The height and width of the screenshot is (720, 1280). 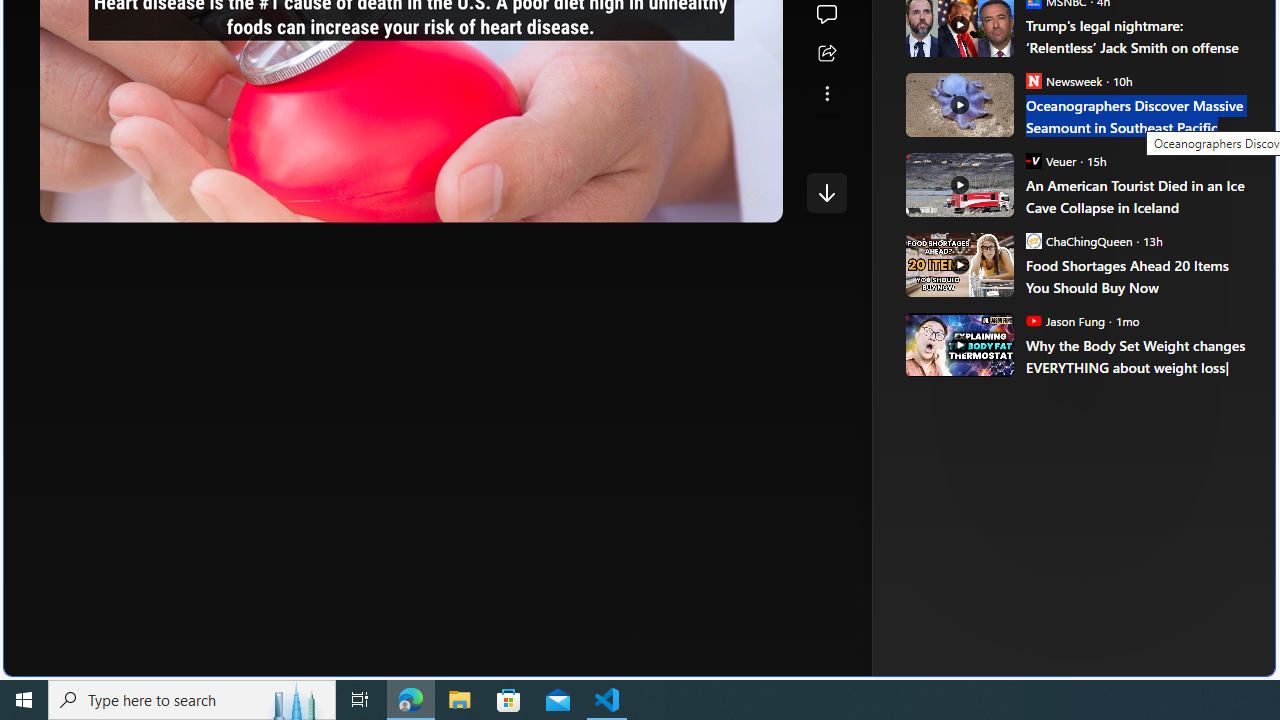 I want to click on 'Food Shortages Ahead 20 Items You Should Buy Now', so click(x=1136, y=276).